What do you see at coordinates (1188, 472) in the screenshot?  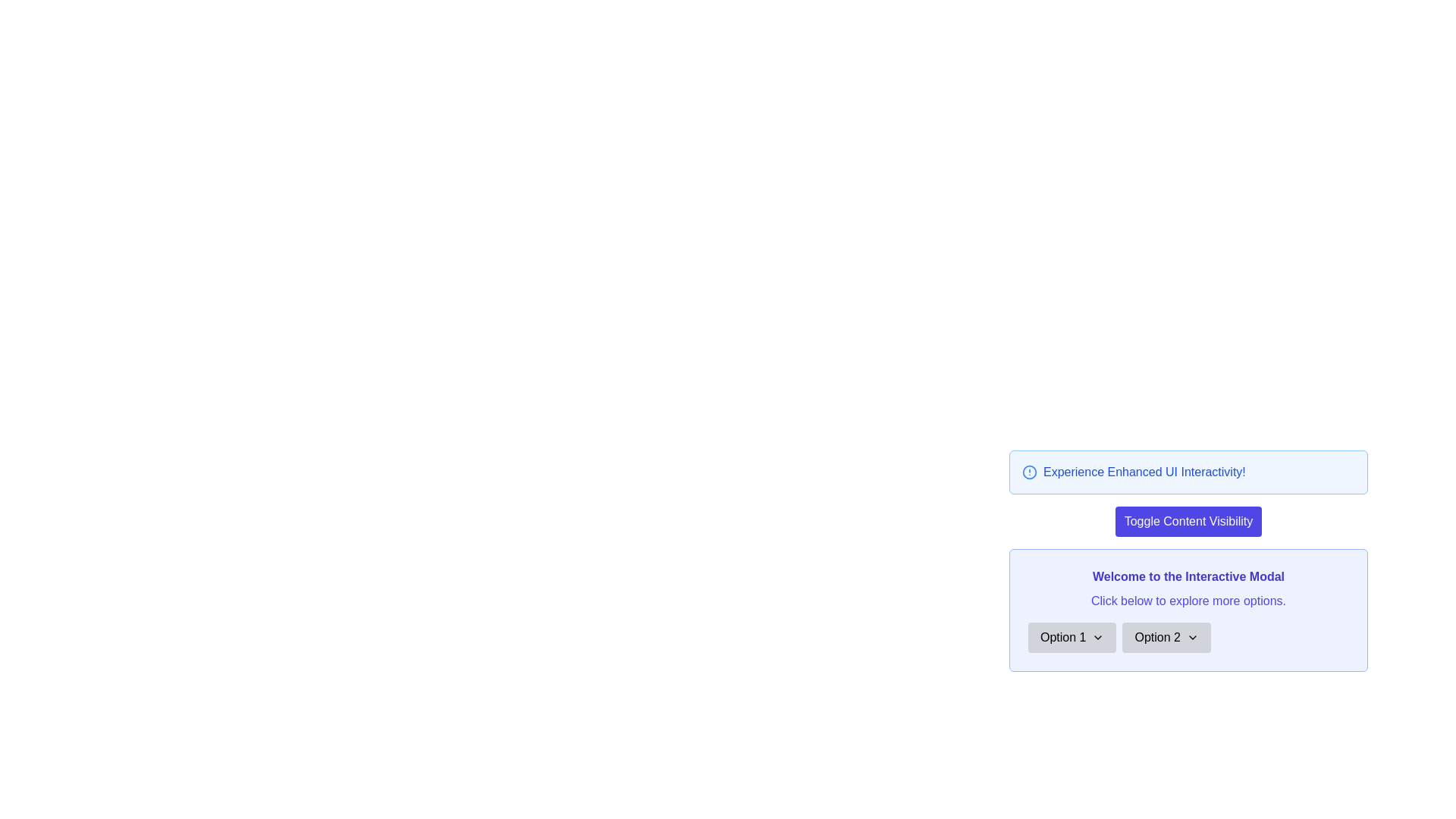 I see `the informative banner or notification box with a light blue background that contains a blue circle icon with an exclamation mark and bold text stating 'Experience Enhanced UI Interactivity!'` at bounding box center [1188, 472].